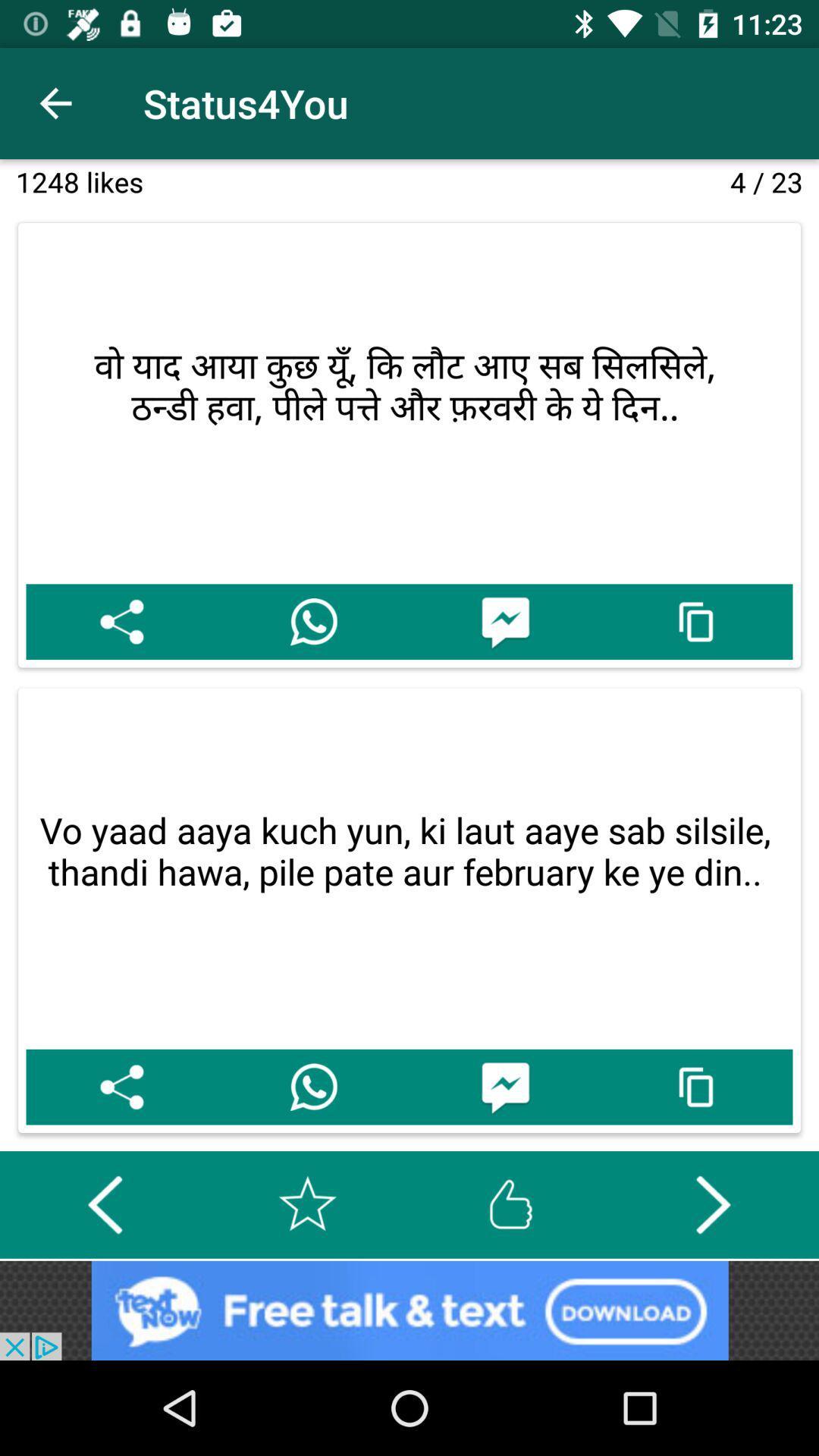  I want to click on call, so click(312, 1086).